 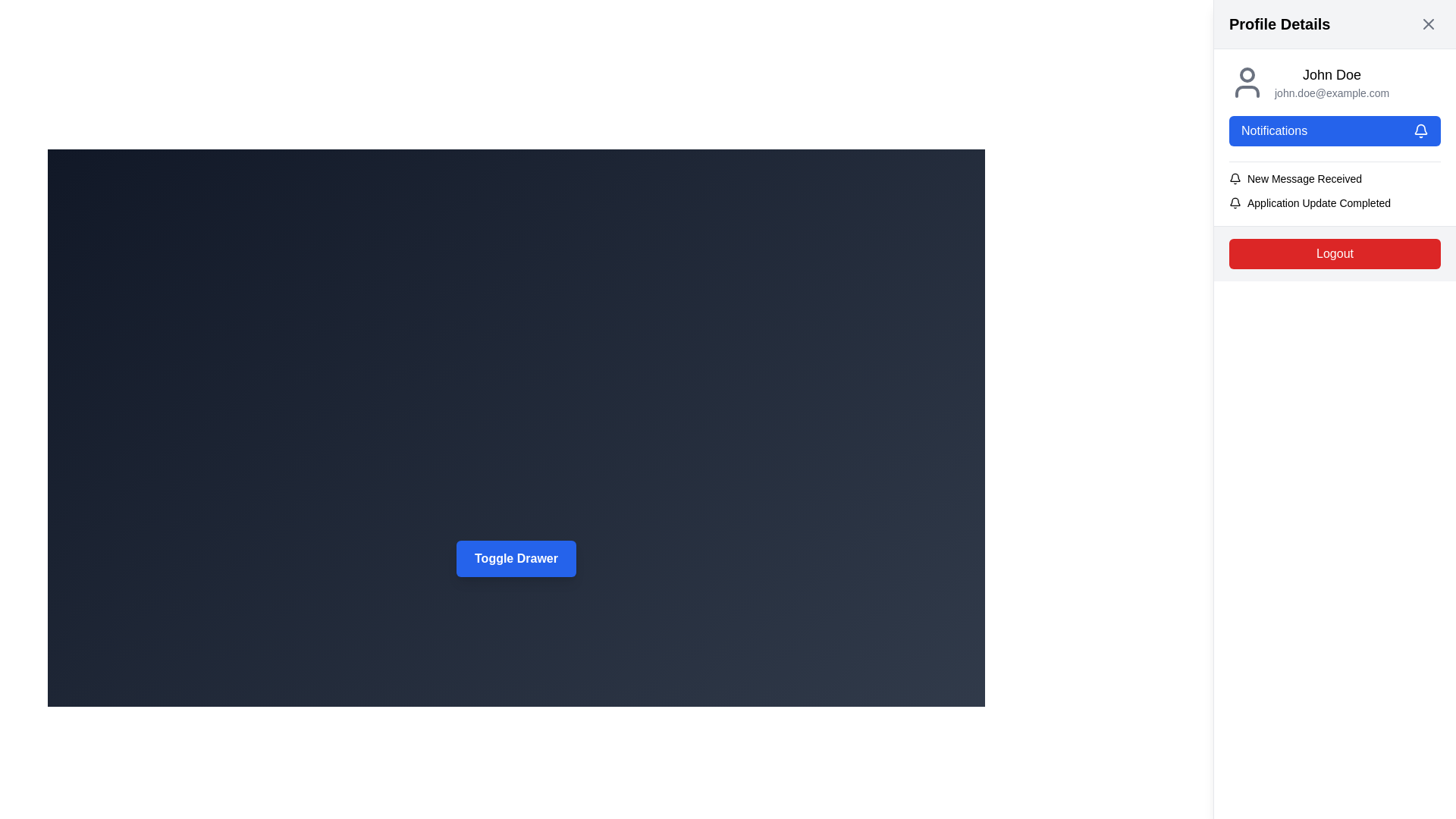 What do you see at coordinates (1331, 93) in the screenshot?
I see `email address displayed in the text label located in the top-right corner of the interface, within the 'Profile Details' section, following 'John Doe'` at bounding box center [1331, 93].